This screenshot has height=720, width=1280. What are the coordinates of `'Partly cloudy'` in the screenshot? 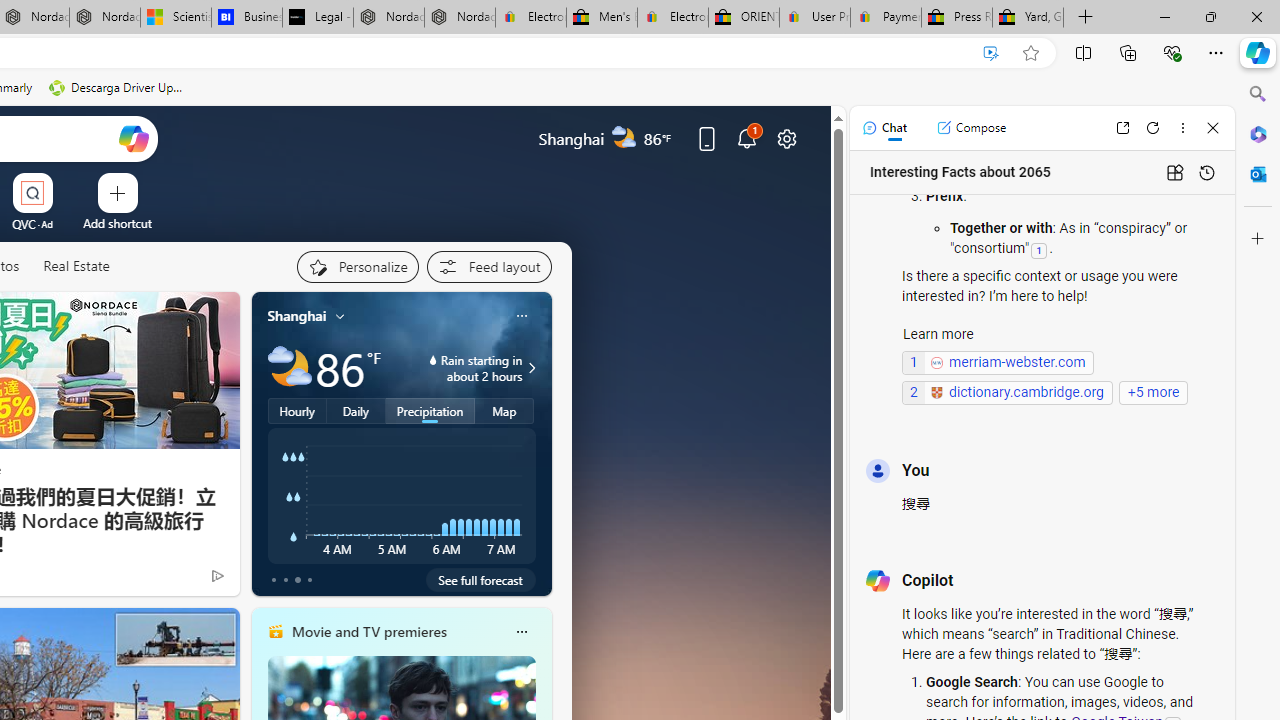 It's located at (288, 368).